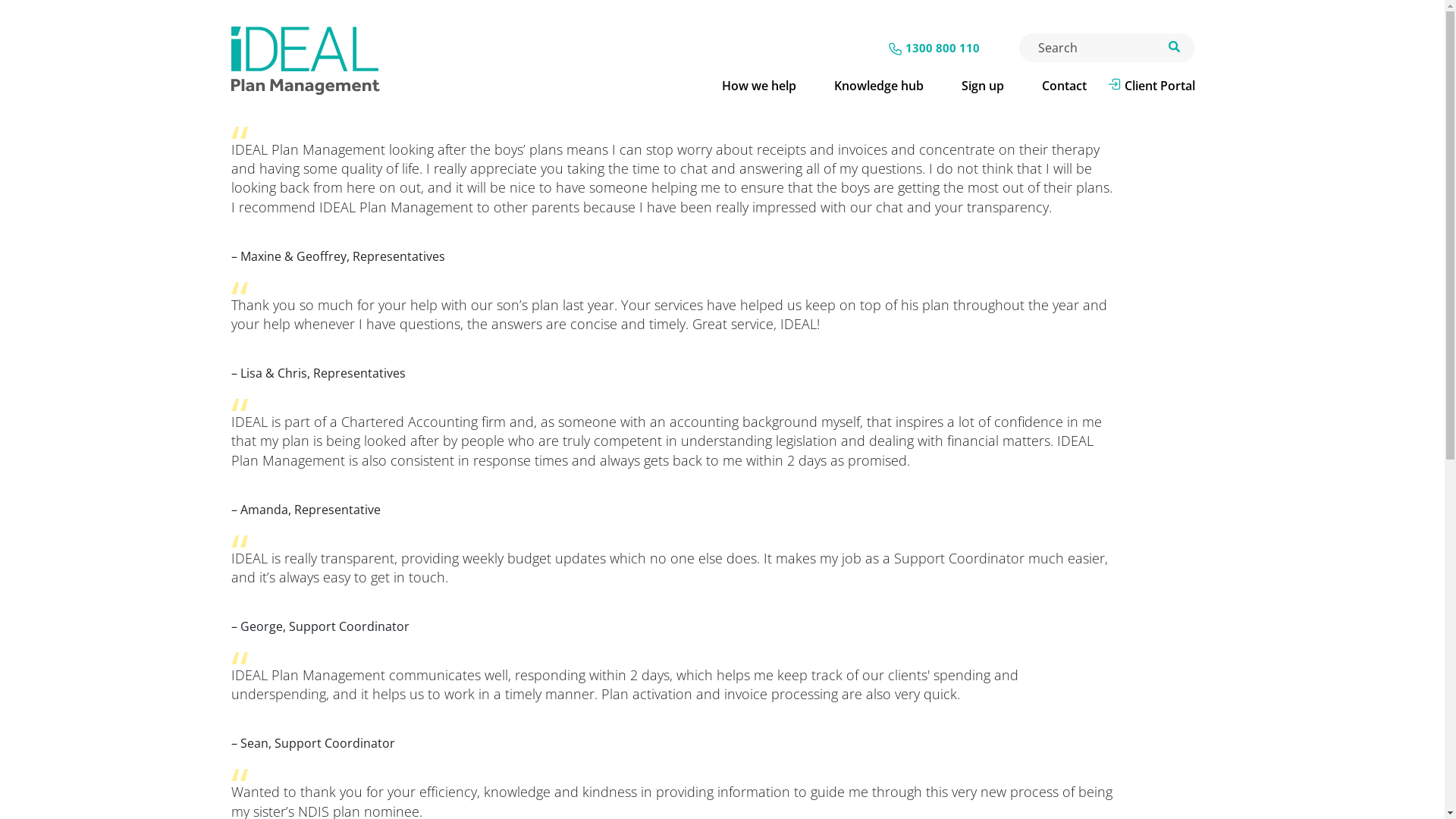 This screenshot has height=819, width=1456. What do you see at coordinates (942, 46) in the screenshot?
I see `'1300 800 110'` at bounding box center [942, 46].